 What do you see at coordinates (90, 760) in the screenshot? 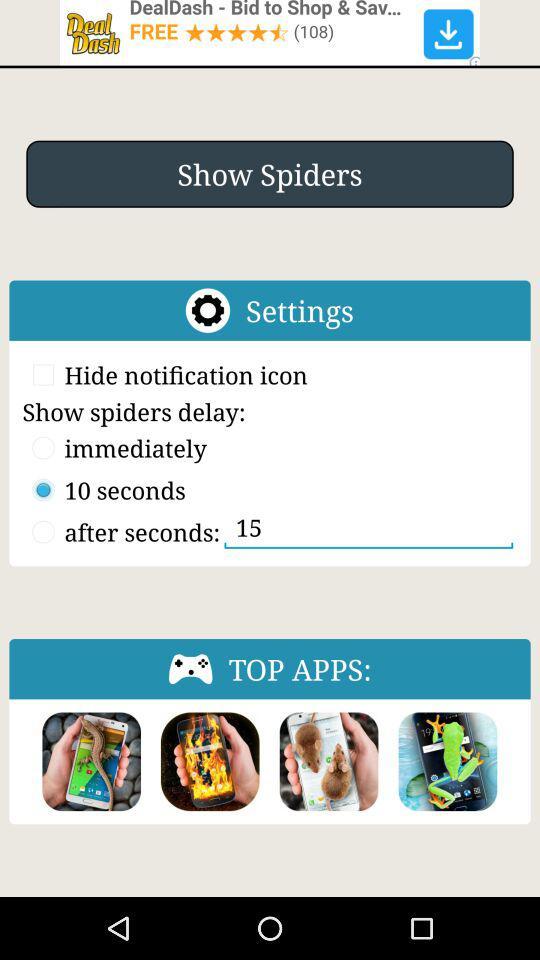
I see `click this app` at bounding box center [90, 760].